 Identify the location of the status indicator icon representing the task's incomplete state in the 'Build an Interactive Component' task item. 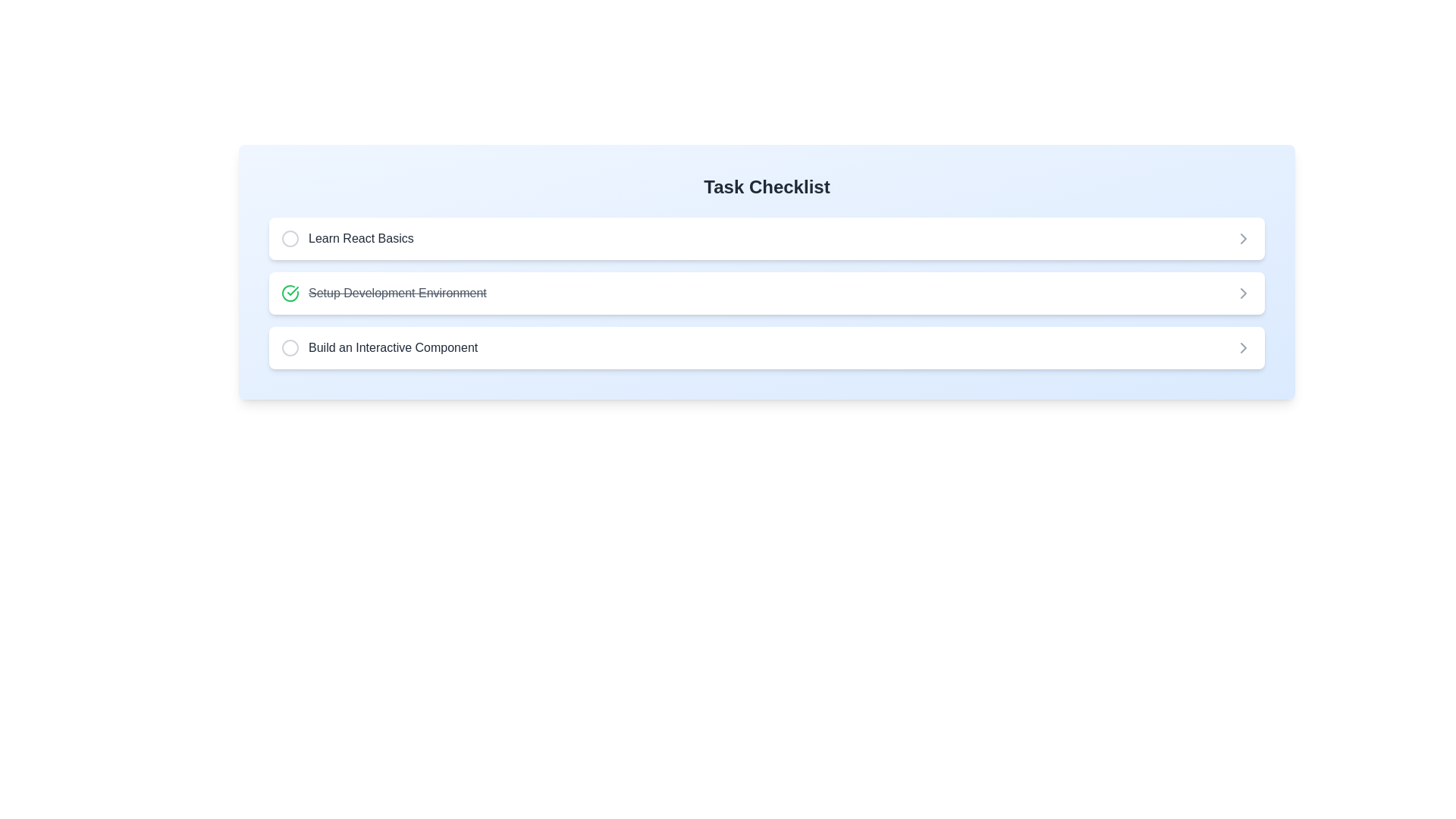
(290, 348).